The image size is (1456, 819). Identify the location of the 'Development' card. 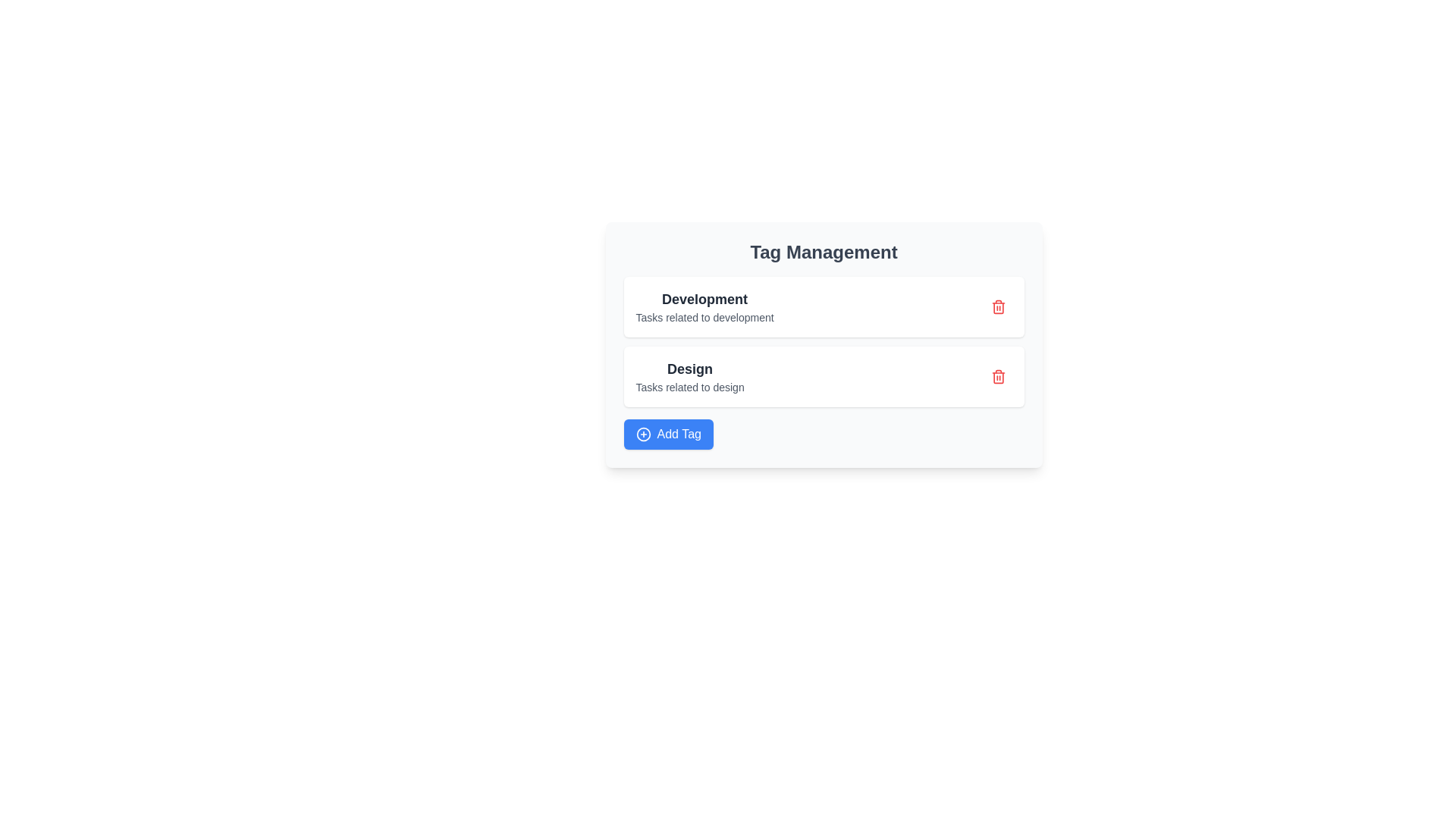
(704, 307).